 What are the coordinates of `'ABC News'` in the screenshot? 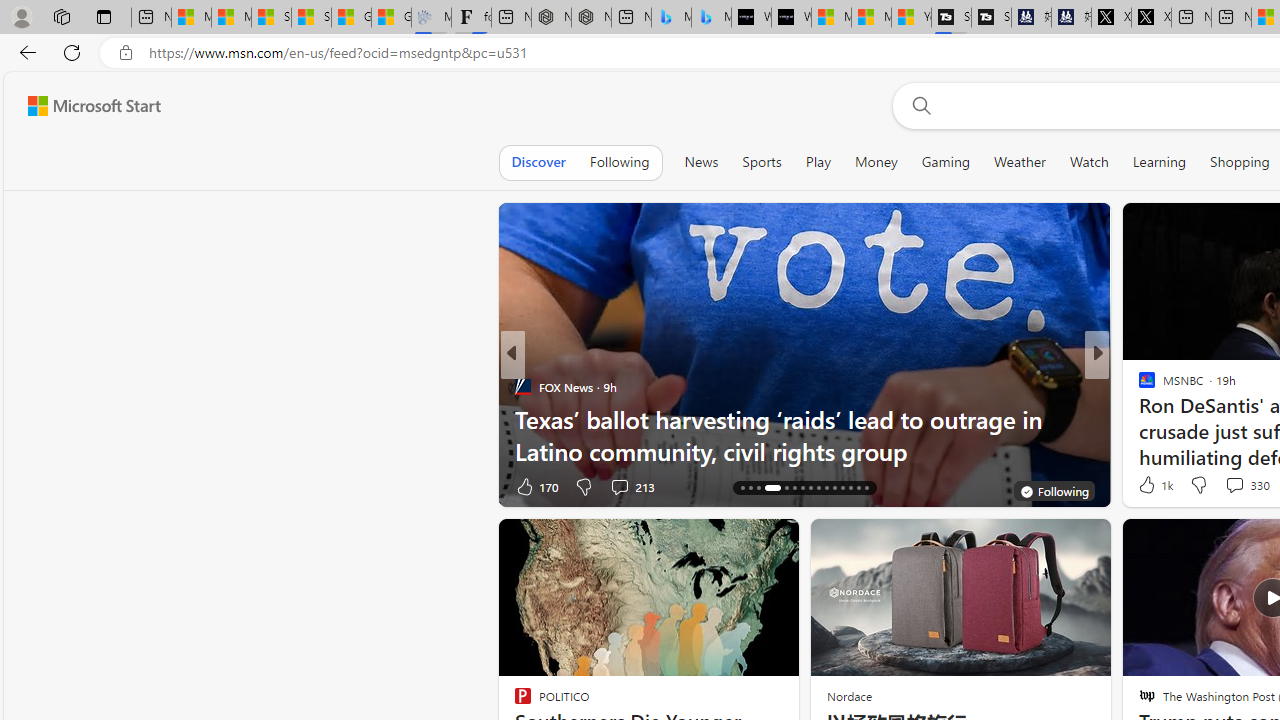 It's located at (1138, 387).